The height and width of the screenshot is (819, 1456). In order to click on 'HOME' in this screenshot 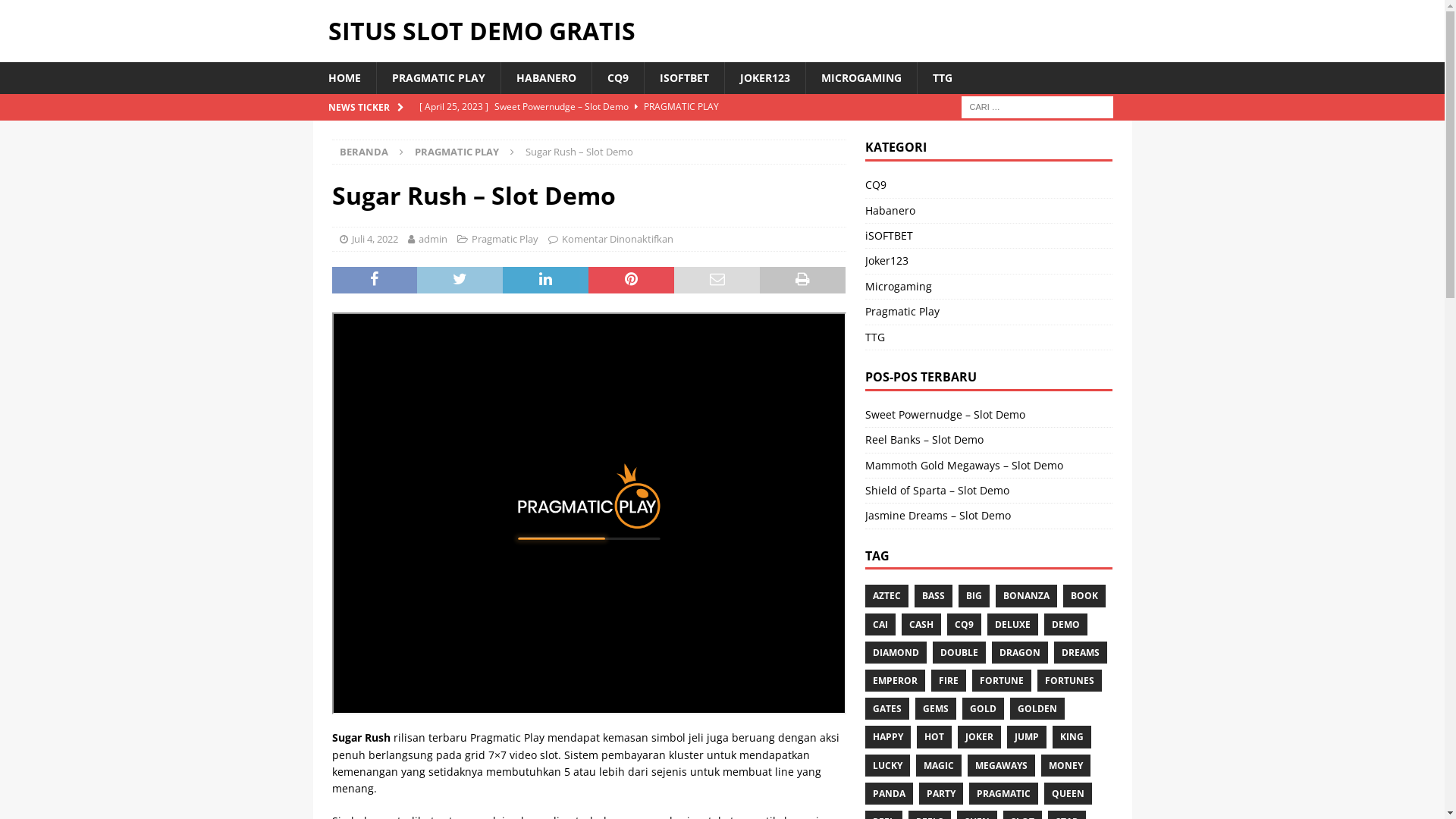, I will do `click(343, 78)`.